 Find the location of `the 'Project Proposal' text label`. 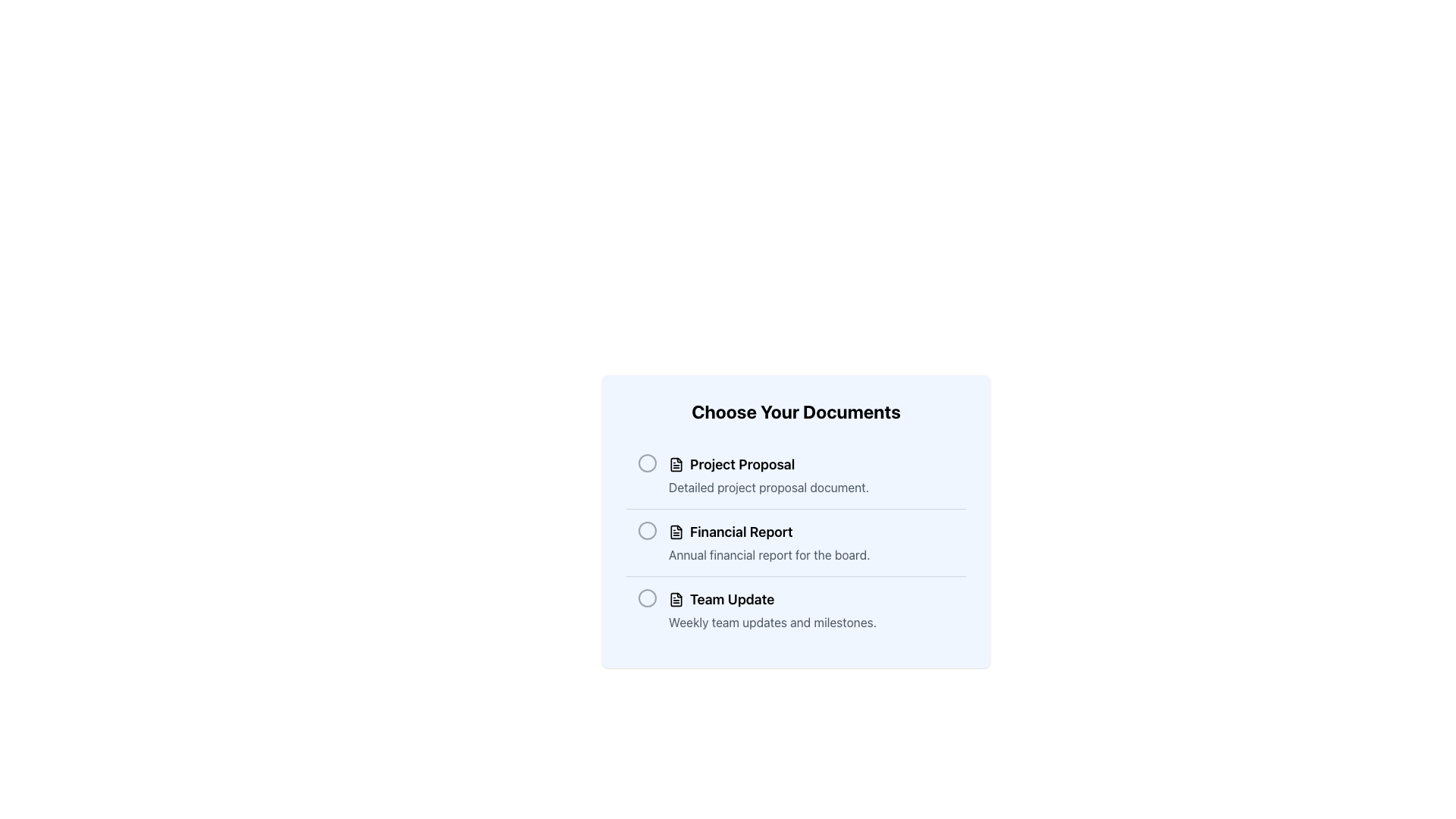

the 'Project Proposal' text label is located at coordinates (769, 464).